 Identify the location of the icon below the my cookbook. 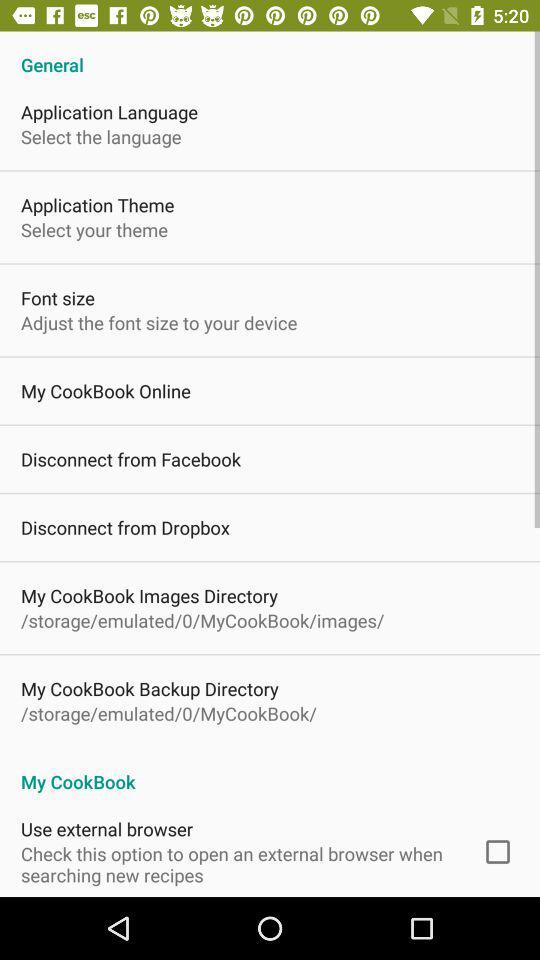
(496, 851).